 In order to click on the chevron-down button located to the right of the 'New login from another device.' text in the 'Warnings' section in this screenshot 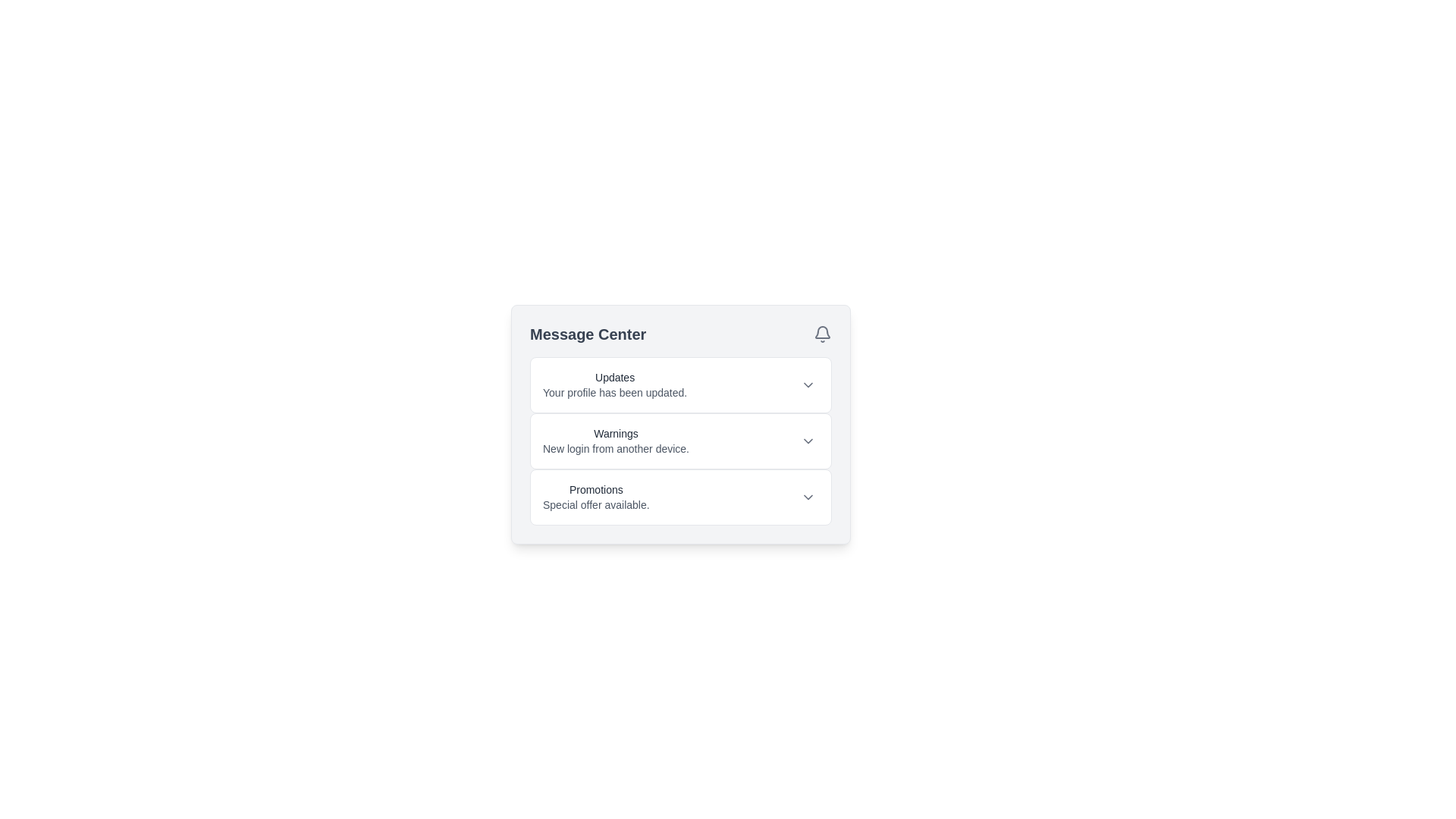, I will do `click(807, 441)`.